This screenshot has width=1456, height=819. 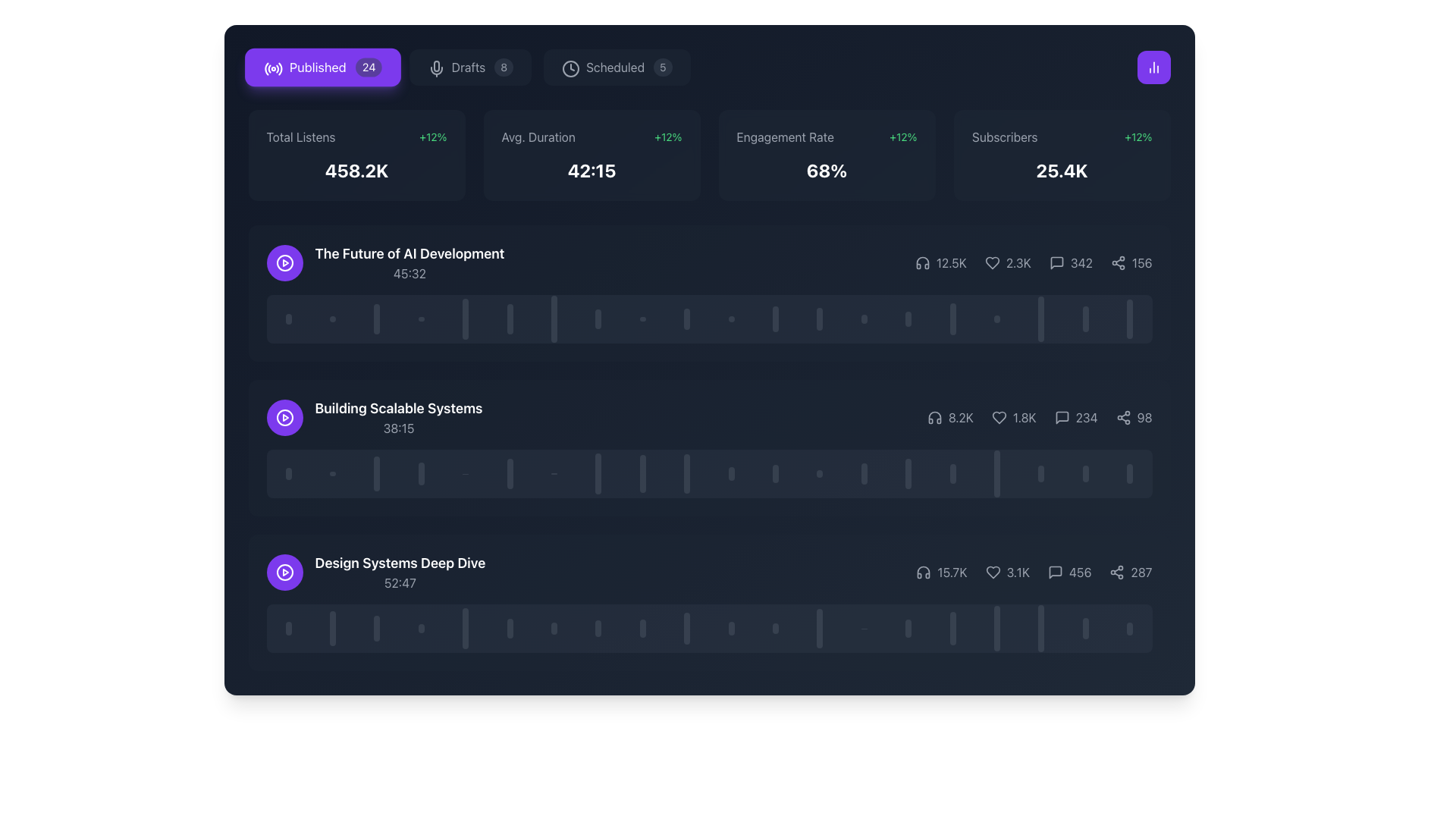 What do you see at coordinates (301, 137) in the screenshot?
I see `the static text label 'Total Listens' which is styled in gray and positioned at the top-left corner of a card-like section in the interface` at bounding box center [301, 137].